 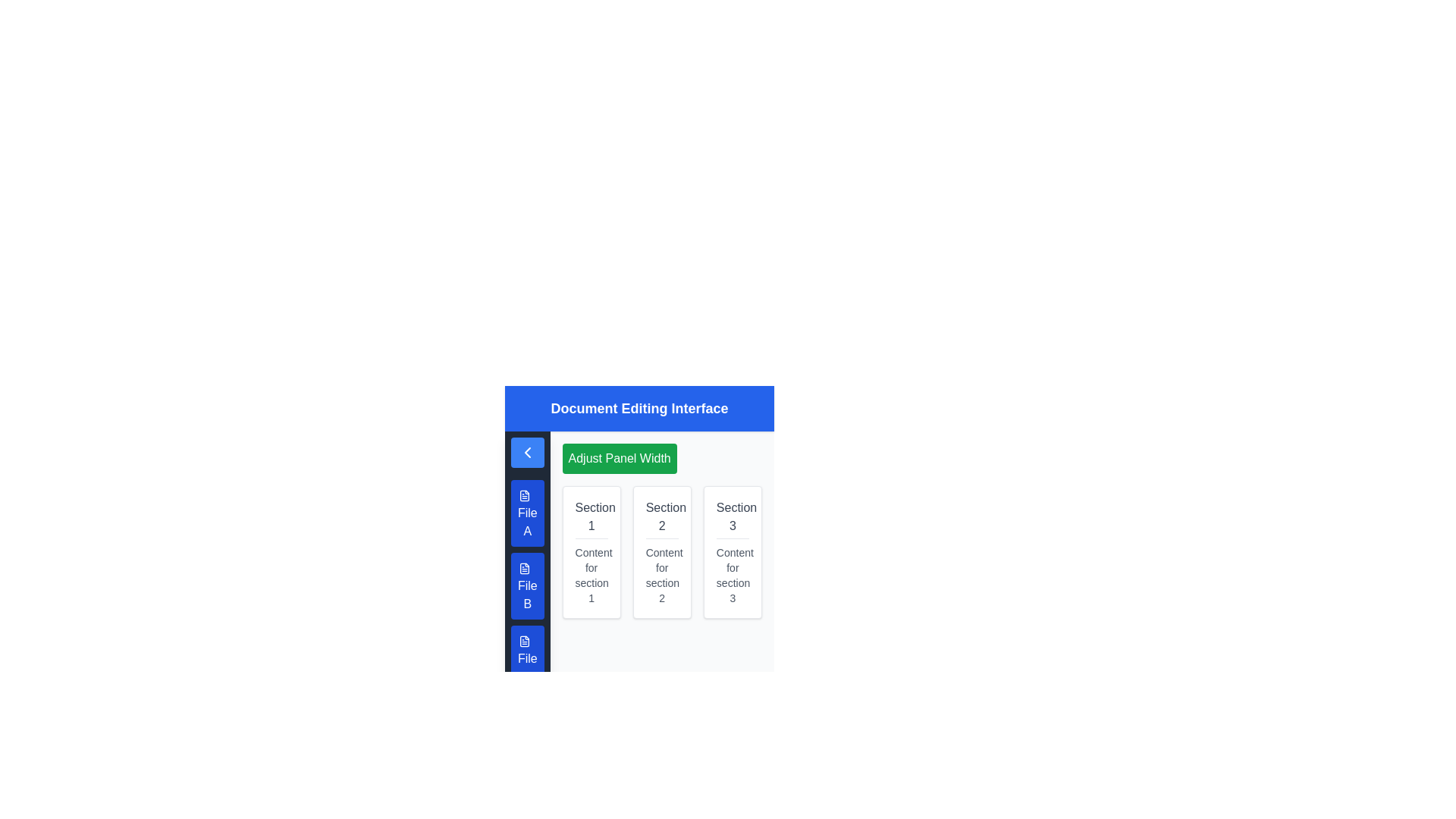 What do you see at coordinates (524, 495) in the screenshot?
I see `the document icon styled element on the blue sidebar` at bounding box center [524, 495].